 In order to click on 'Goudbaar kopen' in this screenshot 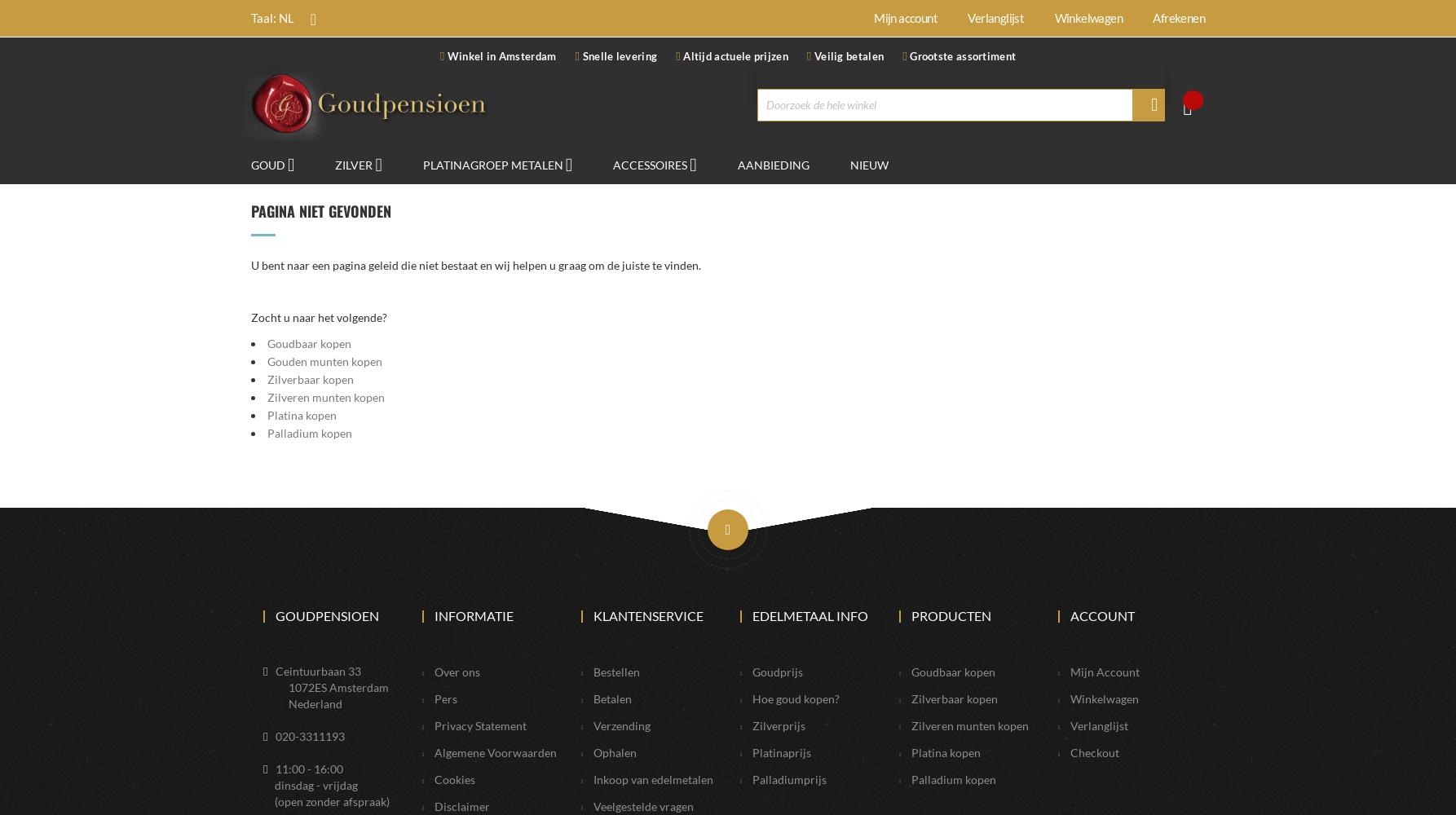, I will do `click(267, 343)`.